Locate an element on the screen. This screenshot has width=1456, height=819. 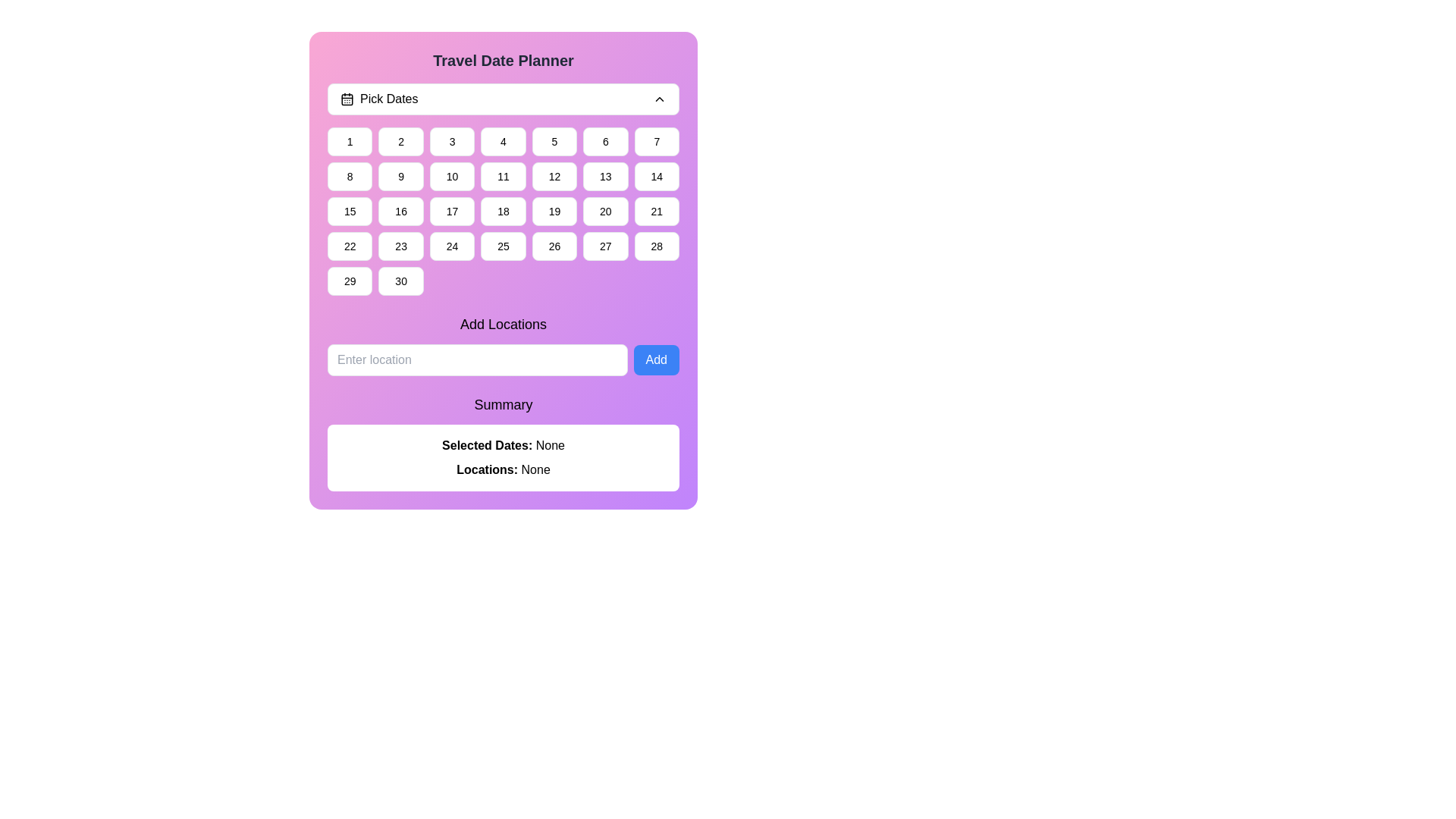
the date selector button located in the last row of a 7-column grid, specifically the seventh column, beneath the element labeled '21' is located at coordinates (656, 245).